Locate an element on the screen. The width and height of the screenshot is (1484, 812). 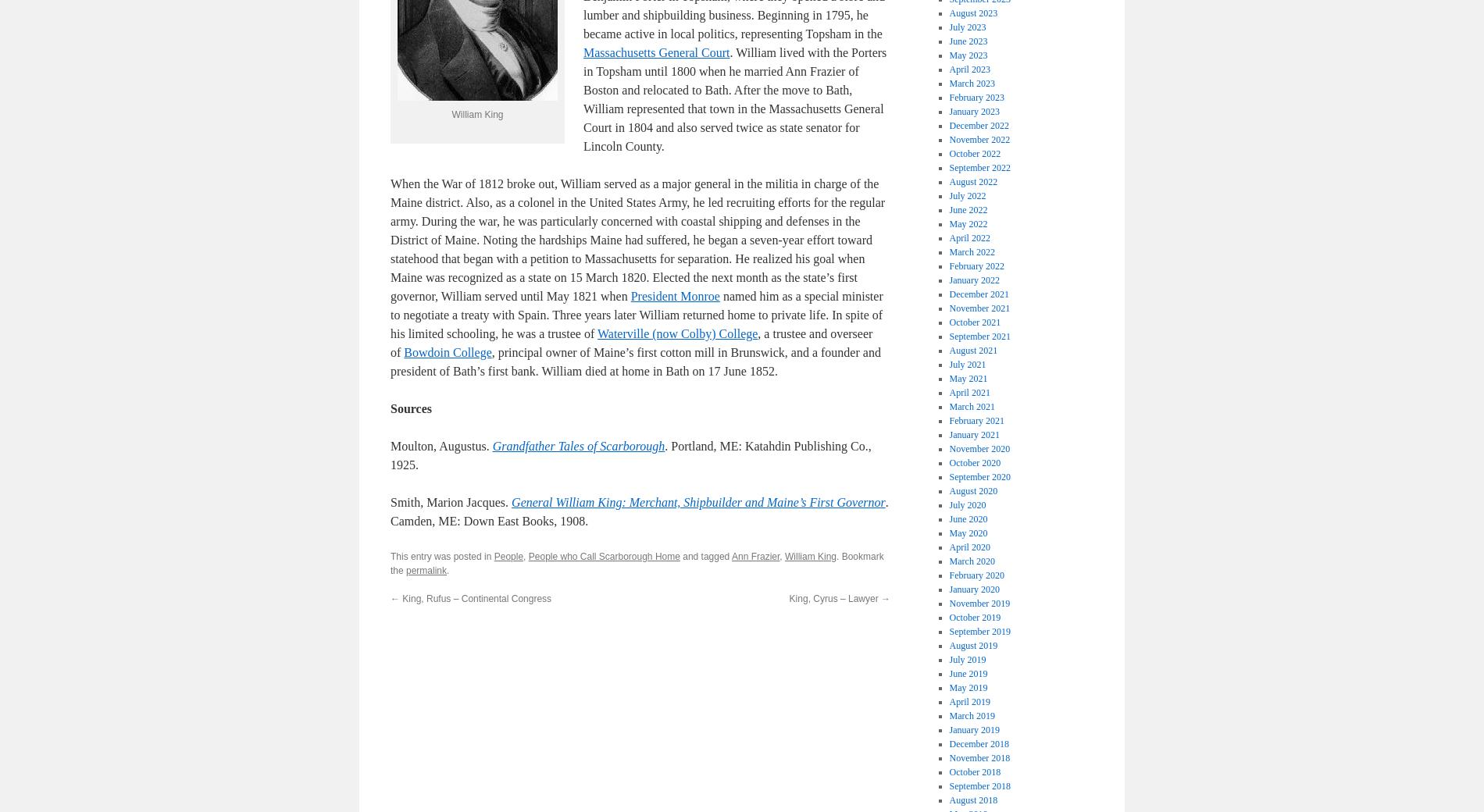
'February 2022' is located at coordinates (948, 265).